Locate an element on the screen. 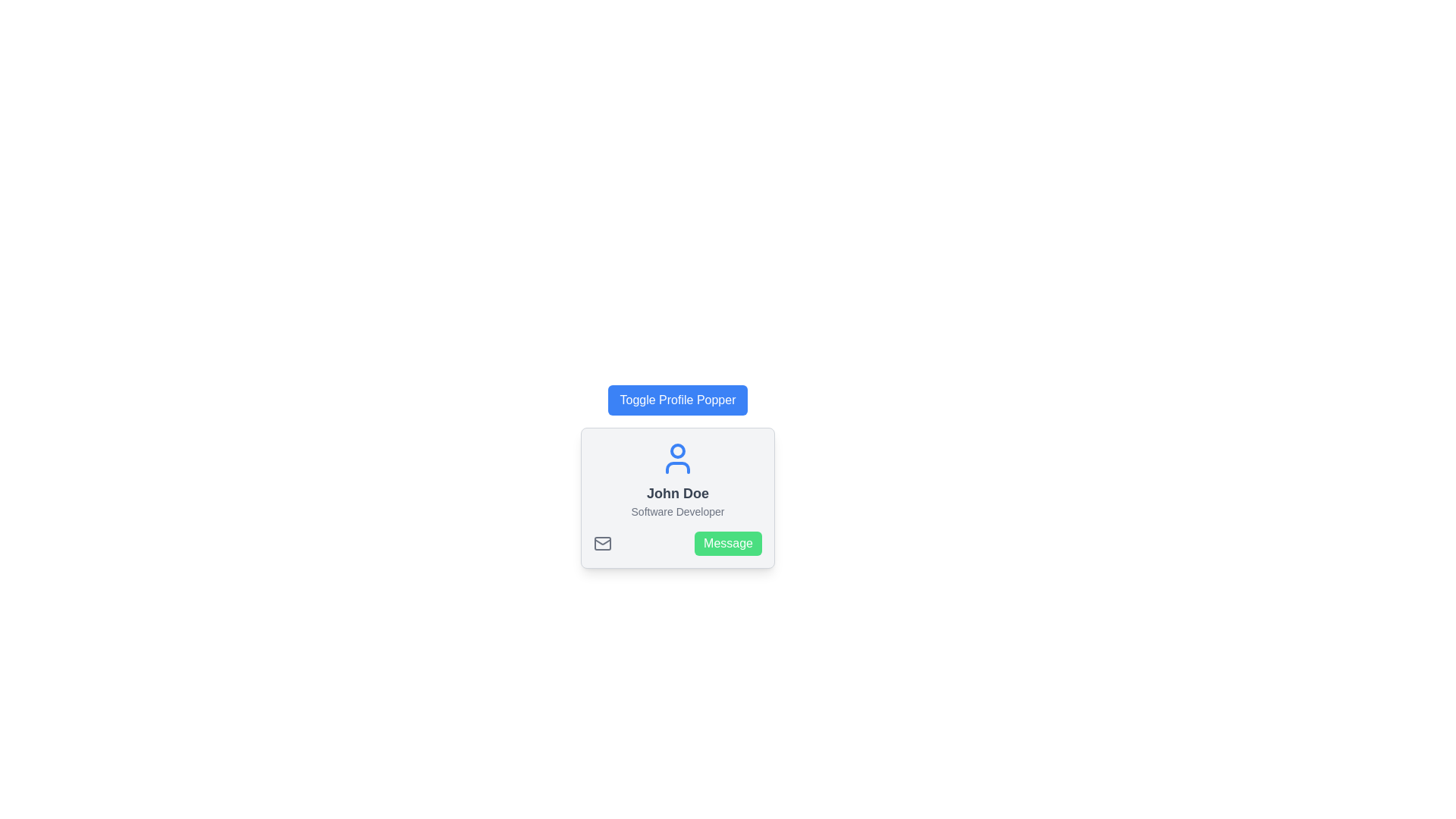 The height and width of the screenshot is (819, 1456). the Profile Card that features a light gray background with rounded corners, a blue user icon at the top, and a green 'Message' button at the bottom right is located at coordinates (676, 497).